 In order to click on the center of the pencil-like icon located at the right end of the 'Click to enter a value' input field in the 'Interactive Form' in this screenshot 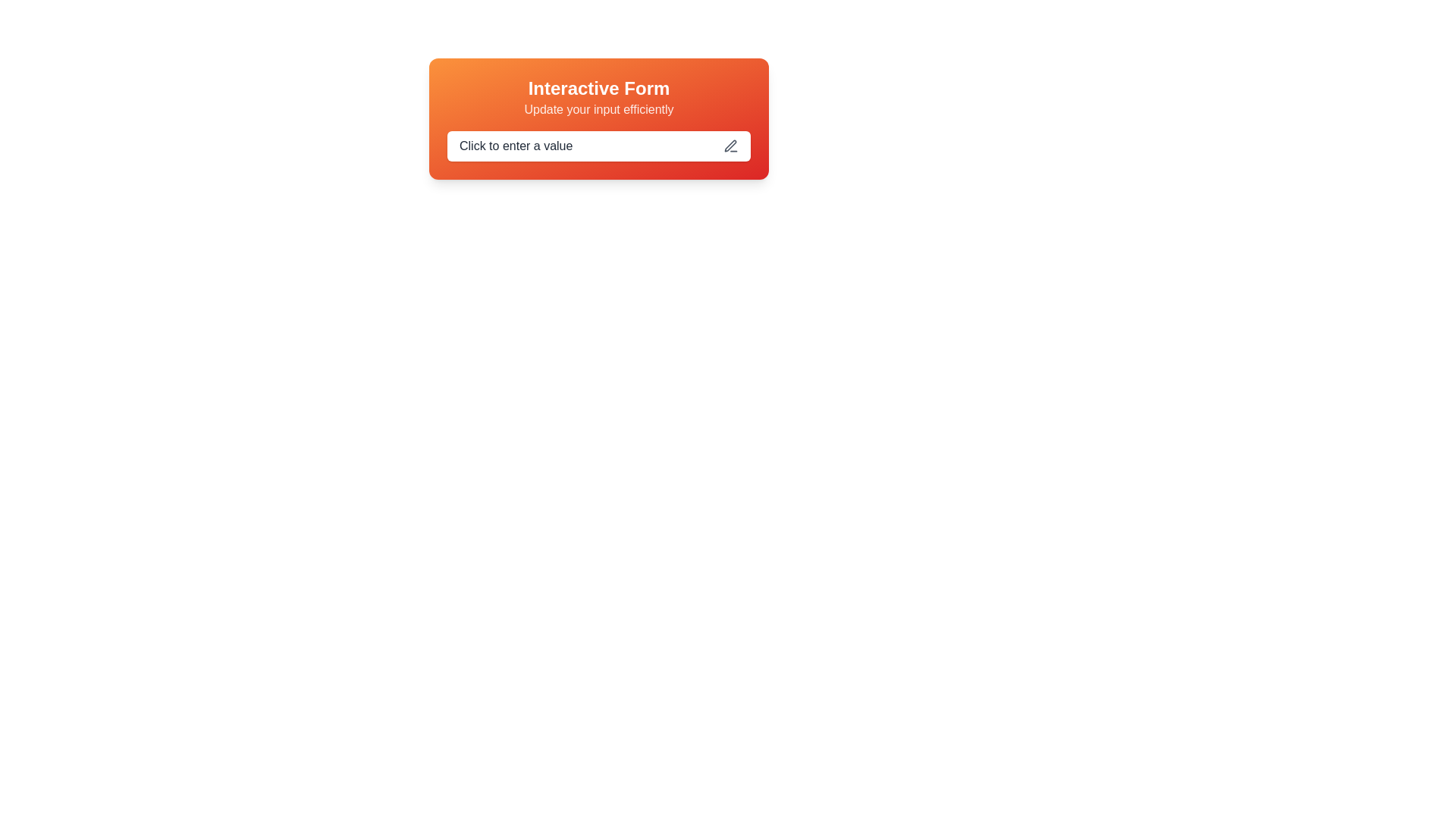, I will do `click(730, 146)`.